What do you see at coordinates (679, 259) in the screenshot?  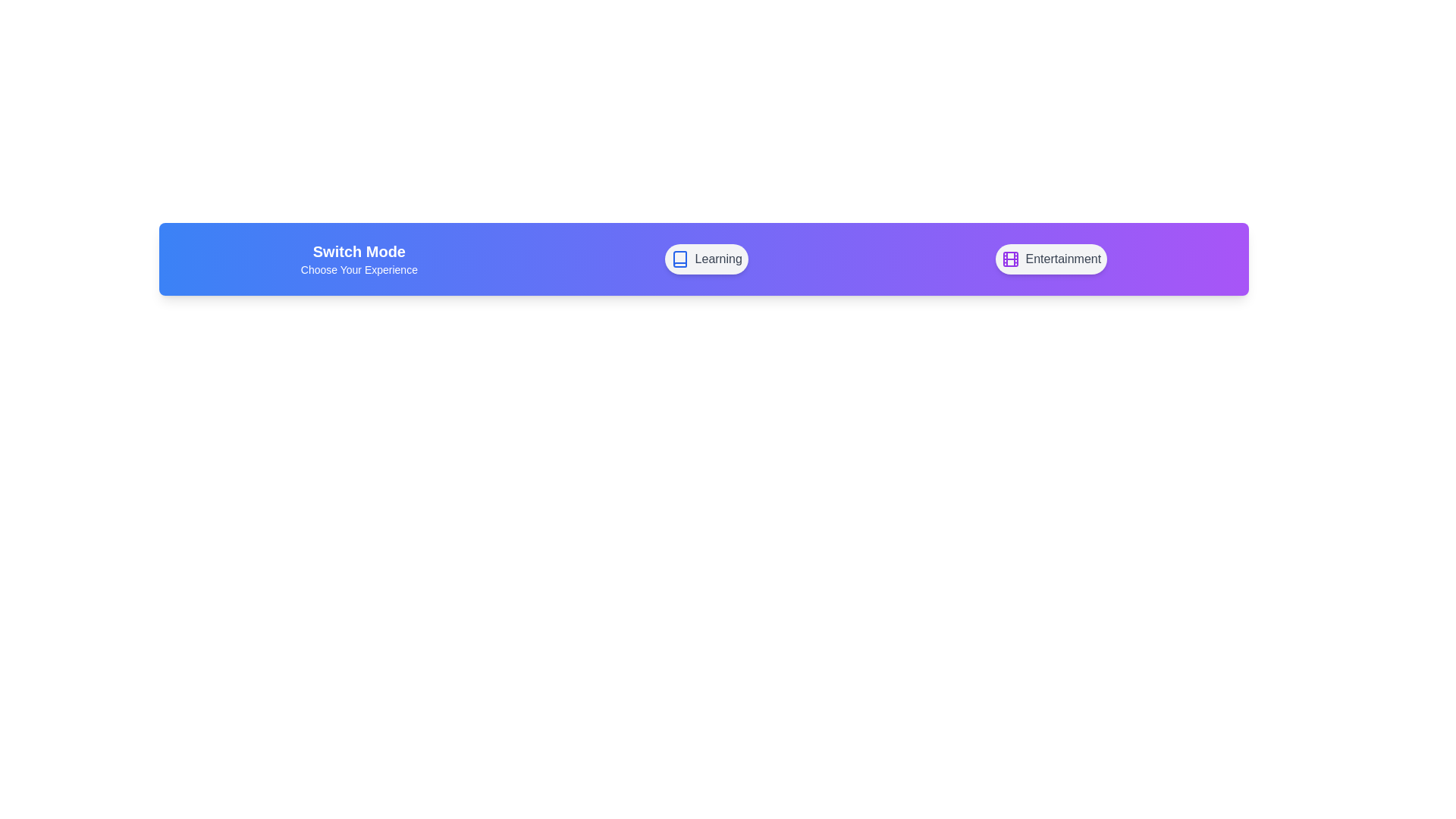 I see `the blue book-shaped icon that is located adjacent to the 'Learning' label in the horizontal selector bar` at bounding box center [679, 259].